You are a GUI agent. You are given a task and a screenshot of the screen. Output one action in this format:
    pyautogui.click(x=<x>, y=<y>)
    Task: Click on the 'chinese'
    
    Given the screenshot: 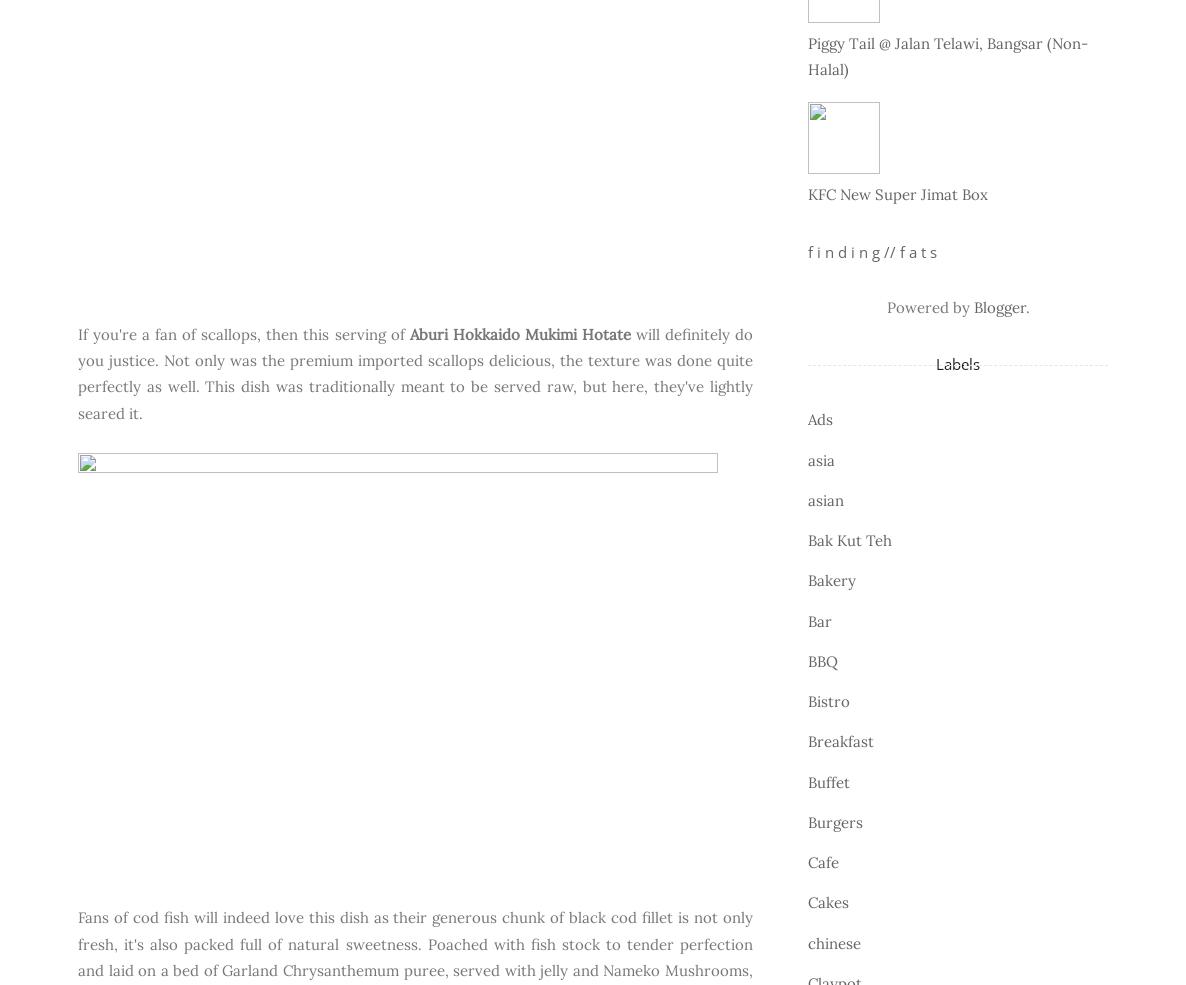 What is the action you would take?
    pyautogui.click(x=808, y=942)
    